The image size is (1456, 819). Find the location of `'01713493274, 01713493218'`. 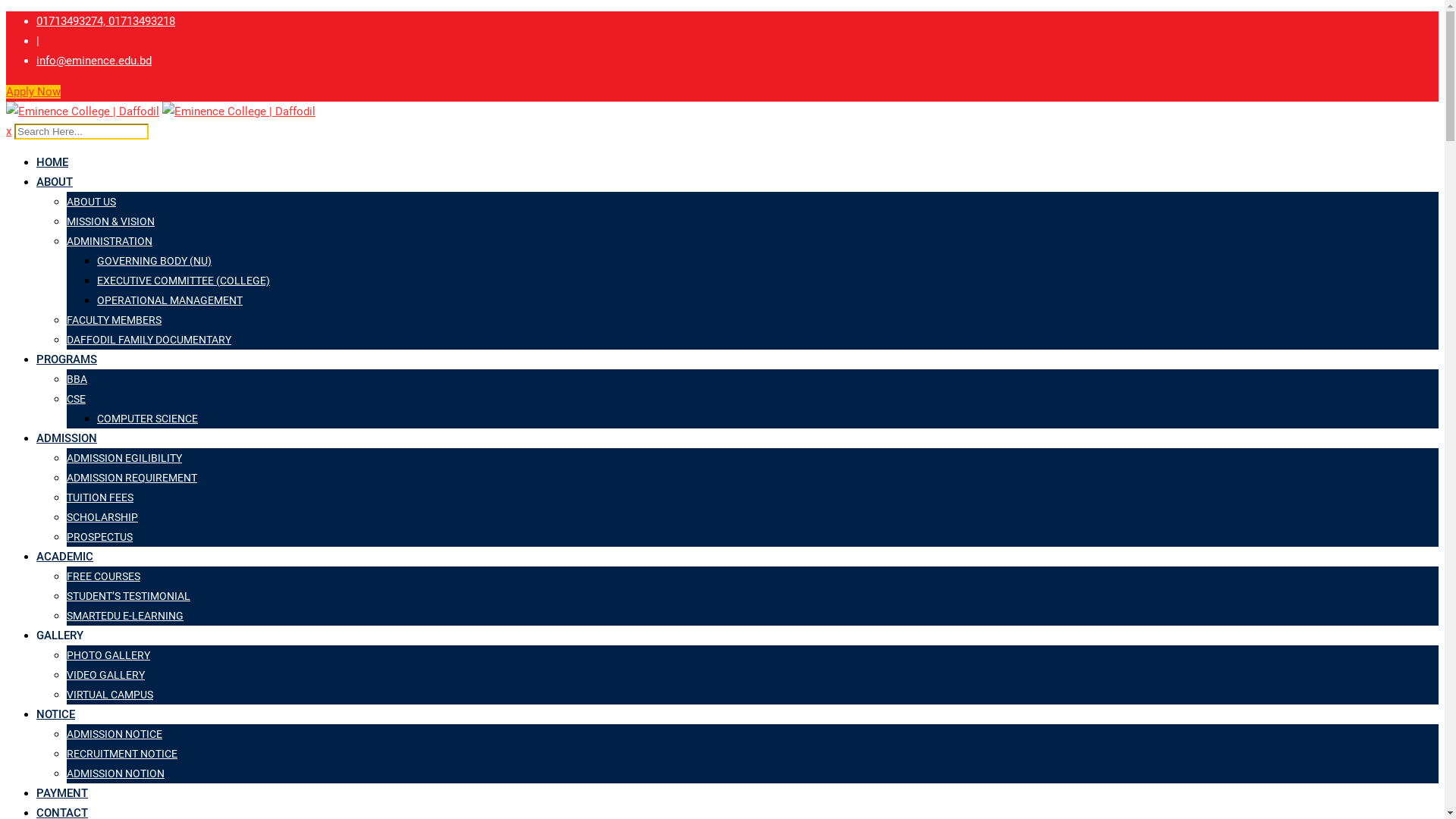

'01713493274, 01713493218' is located at coordinates (105, 20).